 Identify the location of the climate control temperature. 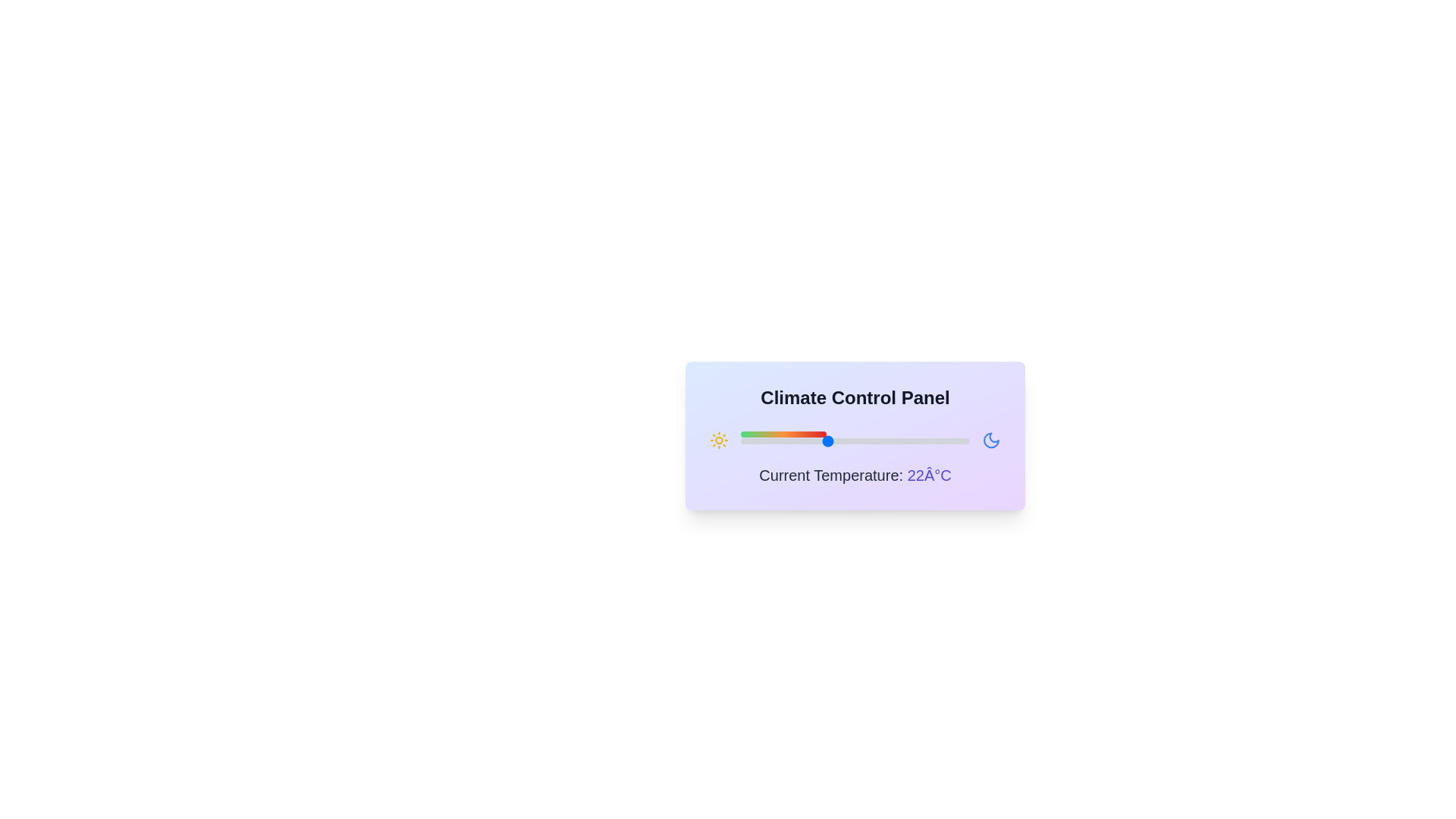
(869, 441).